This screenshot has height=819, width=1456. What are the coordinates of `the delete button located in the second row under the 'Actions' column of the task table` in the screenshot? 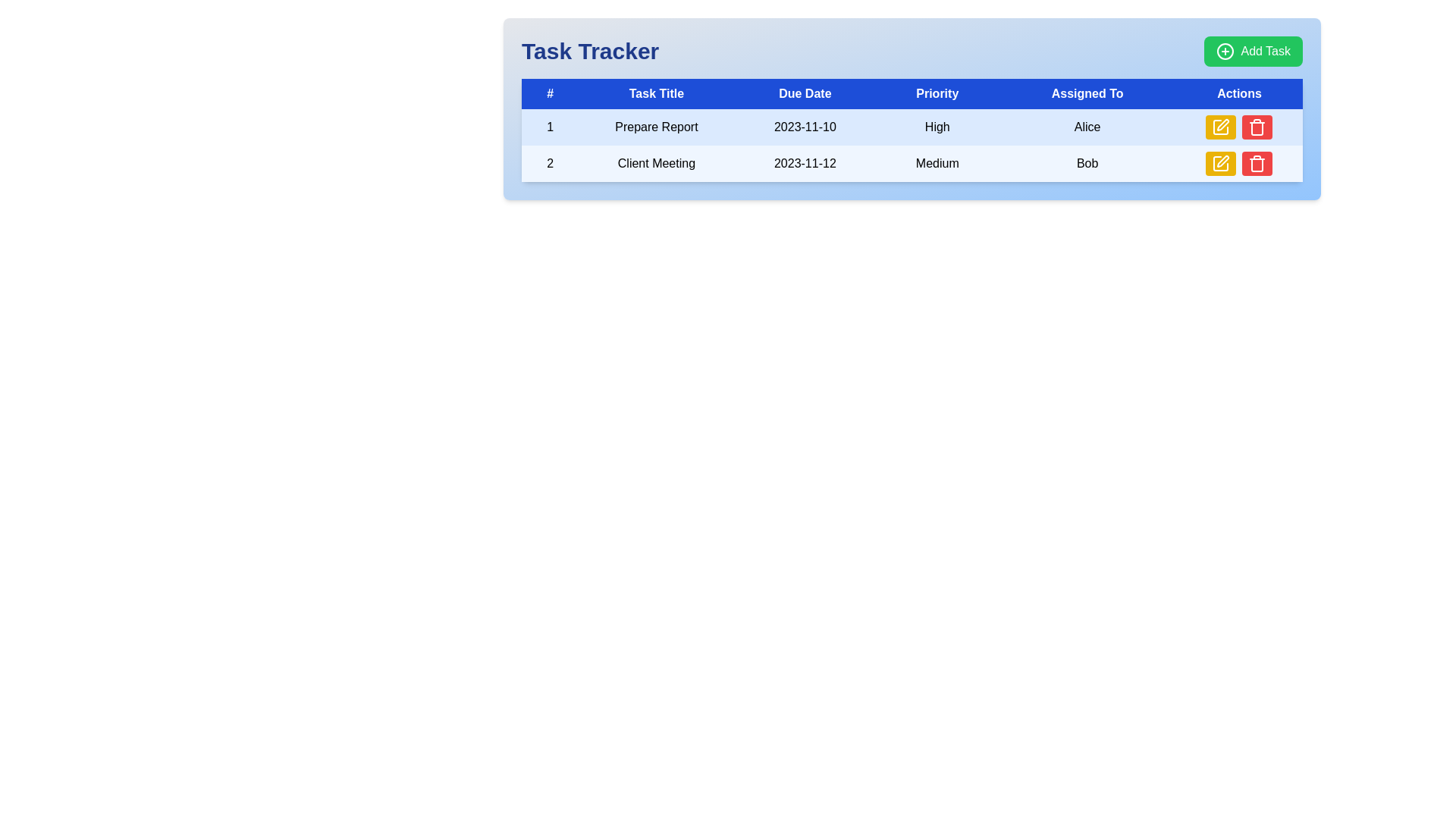 It's located at (1257, 127).